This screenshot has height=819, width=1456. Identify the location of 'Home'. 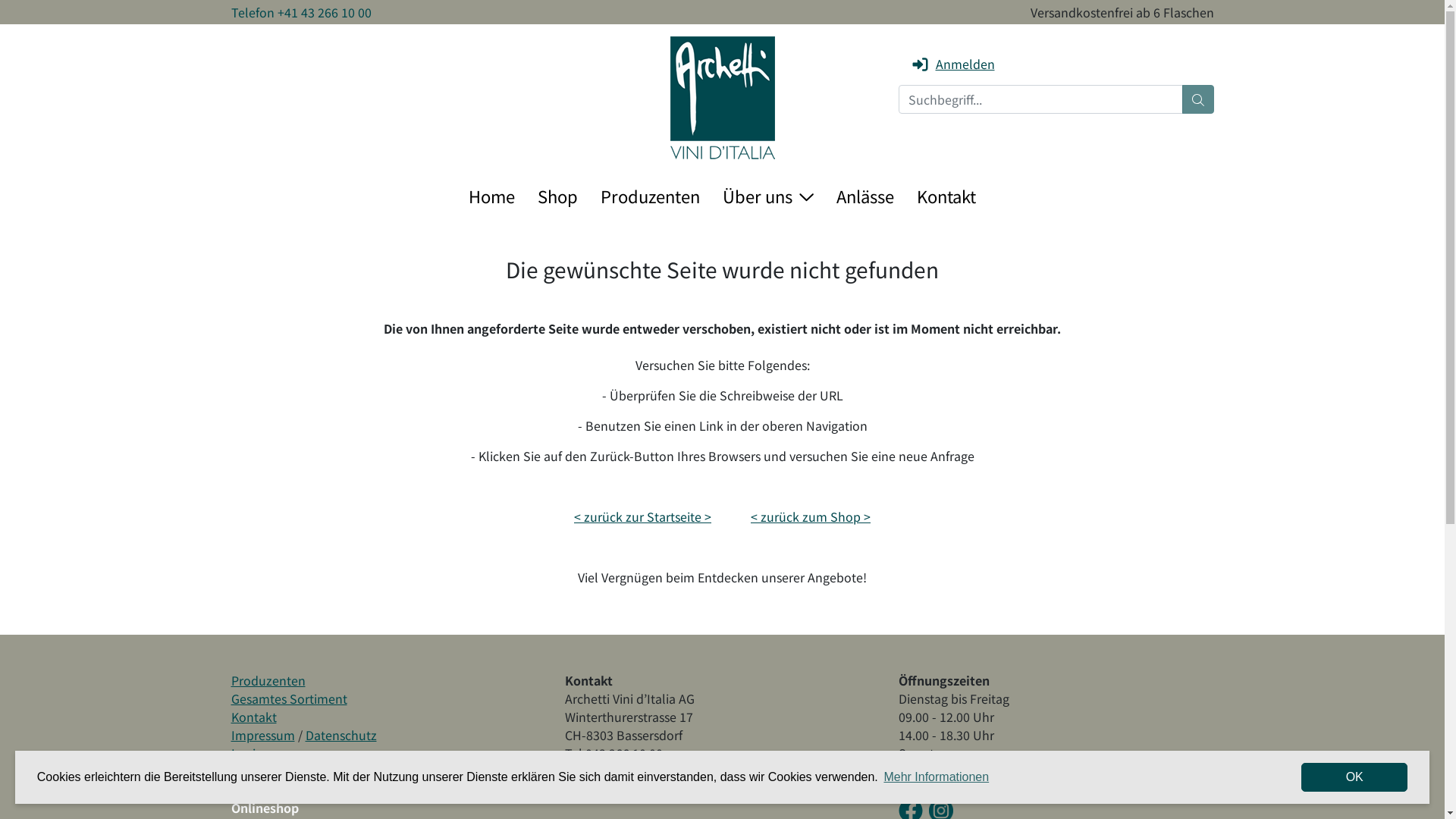
(491, 195).